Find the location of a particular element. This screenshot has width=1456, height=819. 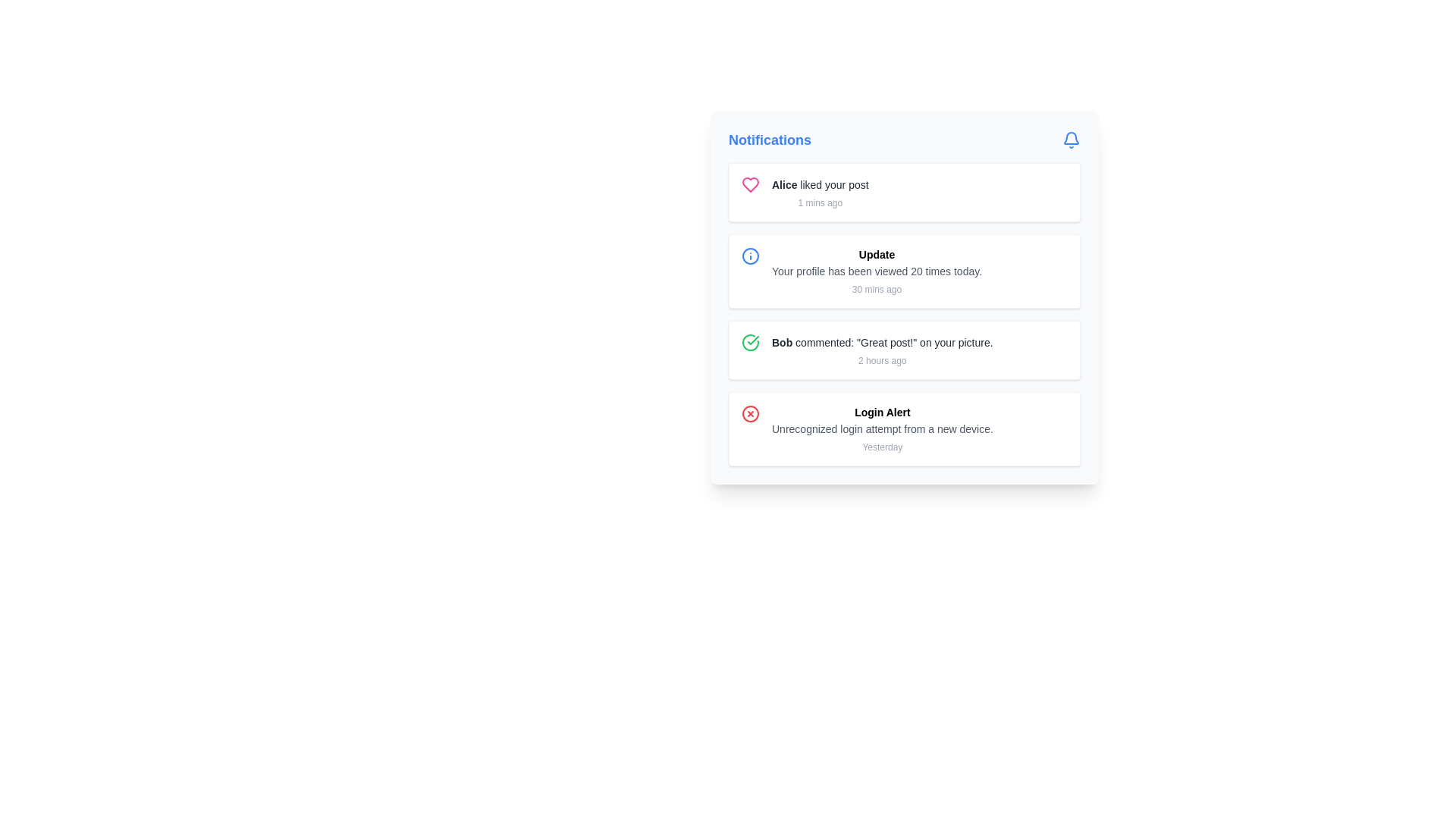

the Label element displaying the text '30 mins ago', which is located in the second notification card under the 'Update' section is located at coordinates (877, 289).